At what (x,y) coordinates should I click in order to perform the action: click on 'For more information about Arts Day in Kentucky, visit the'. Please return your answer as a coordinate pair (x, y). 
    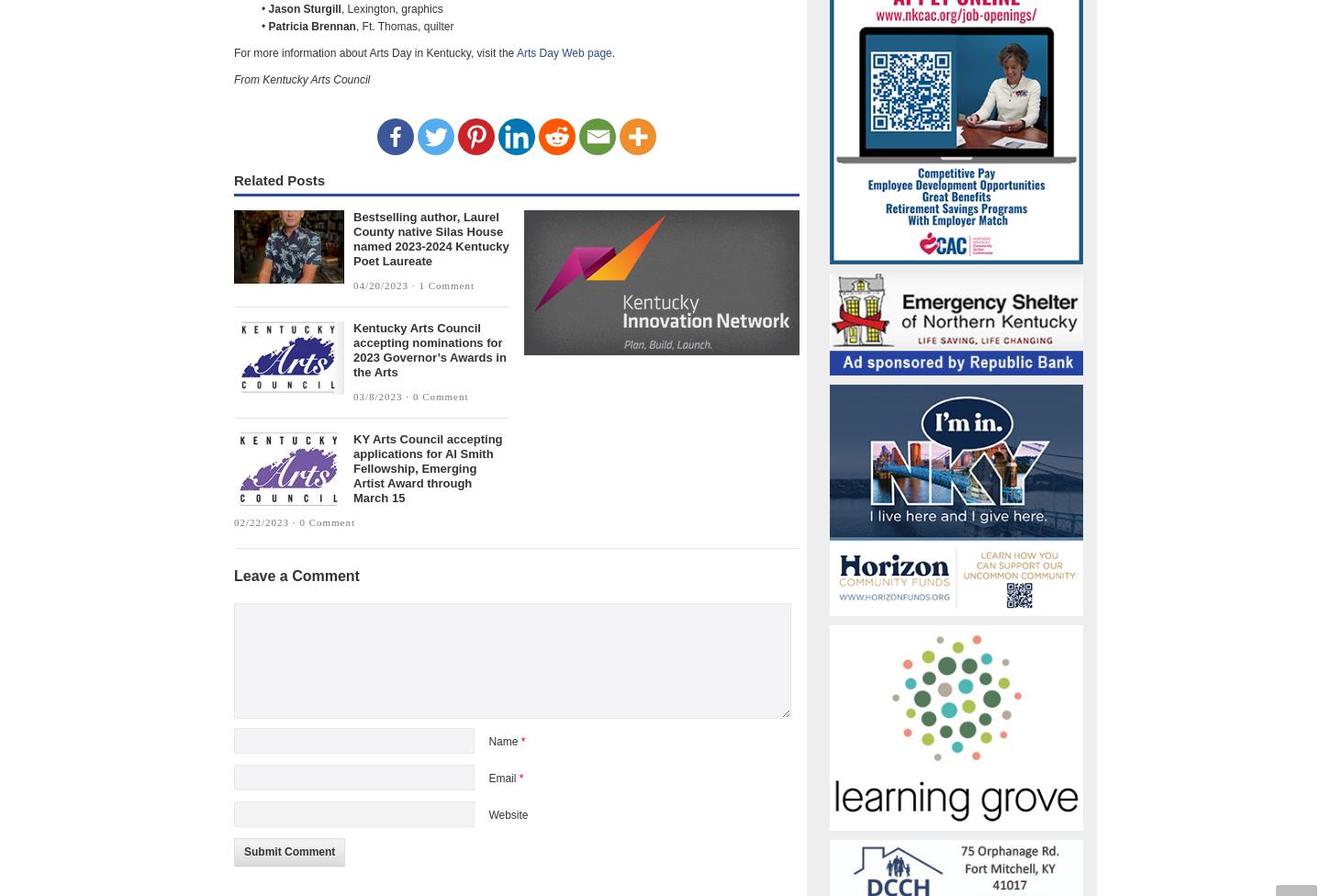
    Looking at the image, I should click on (374, 52).